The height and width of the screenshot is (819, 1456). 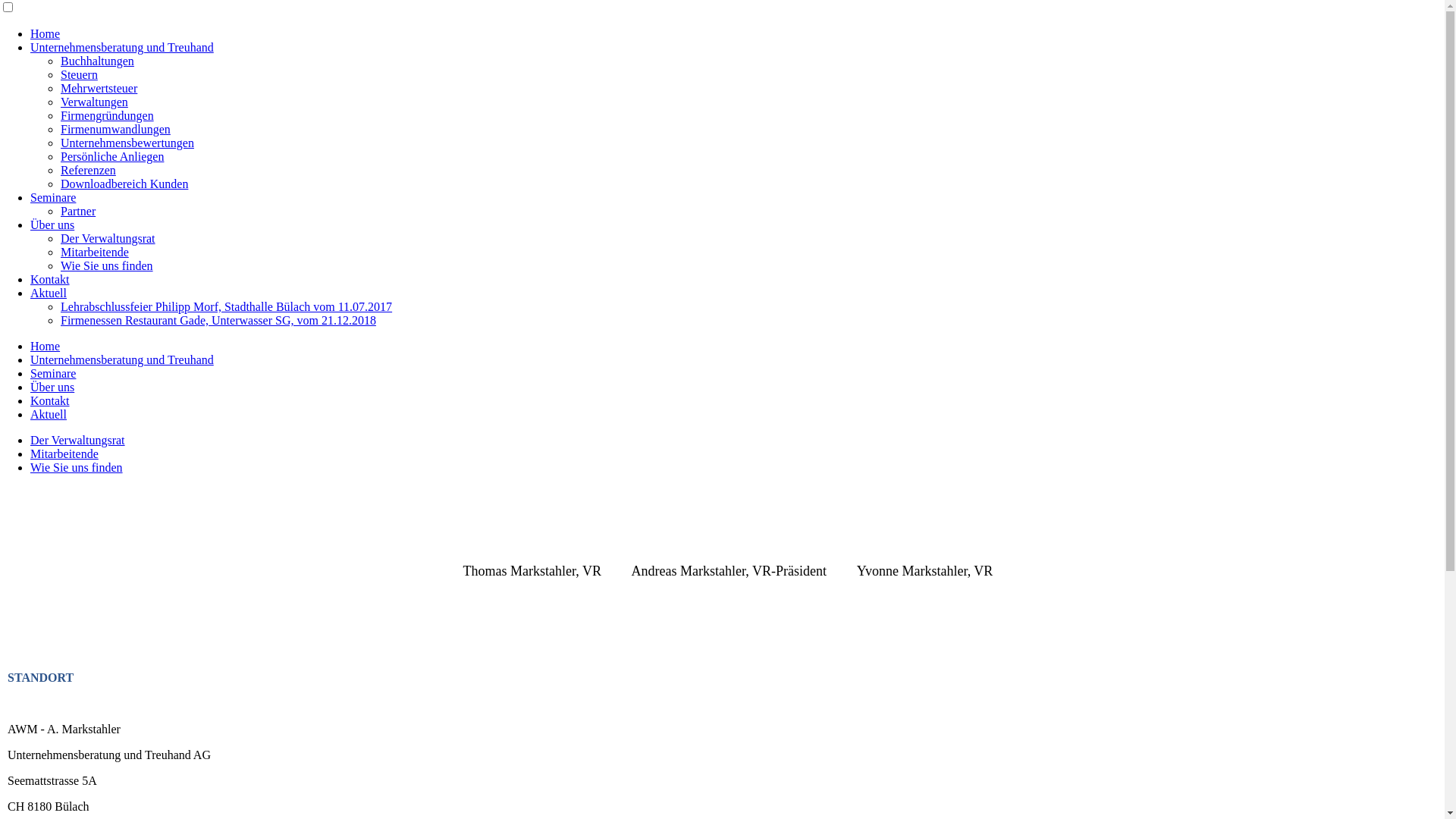 What do you see at coordinates (78, 74) in the screenshot?
I see `'Steuern'` at bounding box center [78, 74].